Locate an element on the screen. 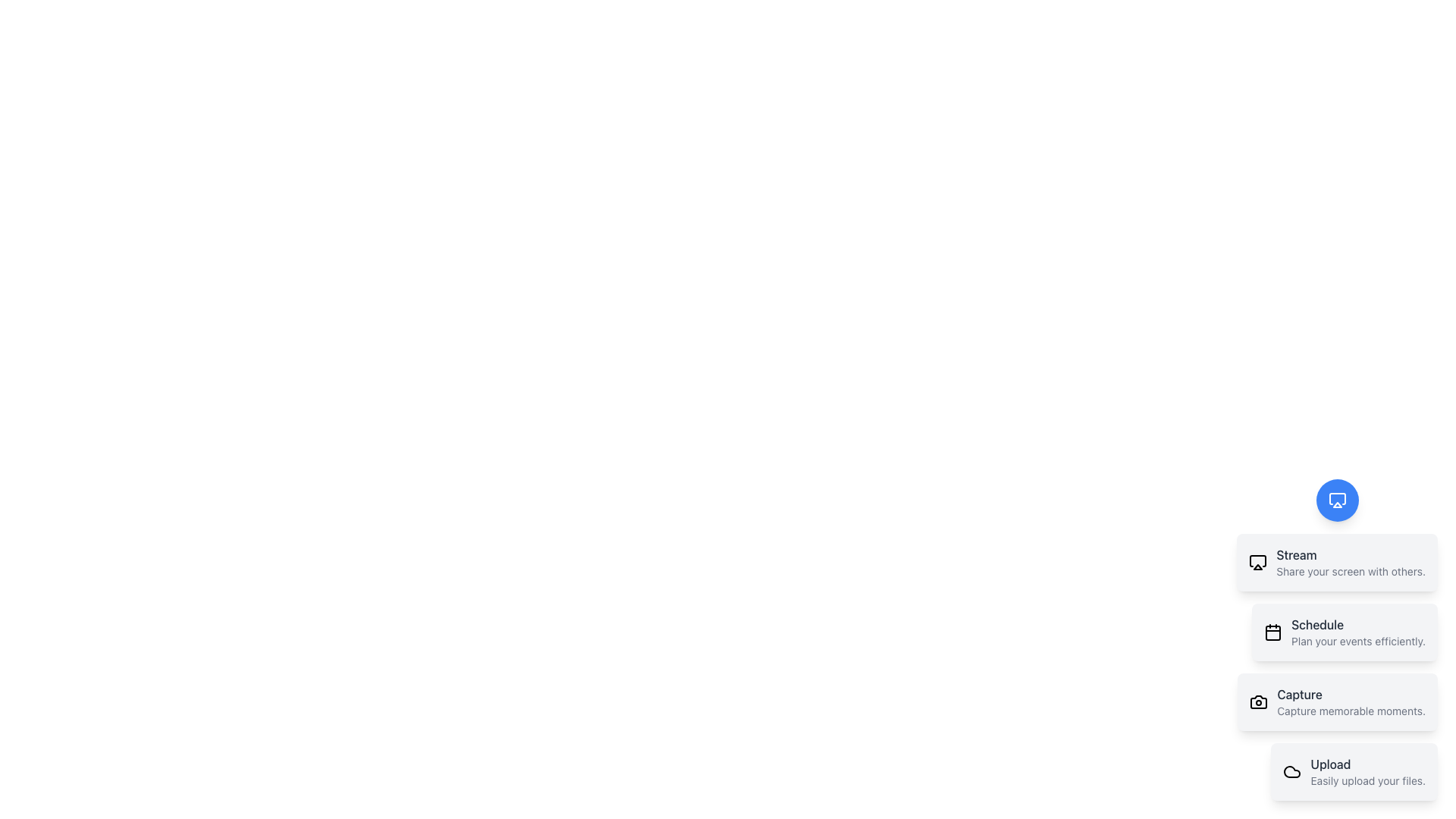 This screenshot has height=819, width=1456. the 'Upload' text label which serves as a title or heading for the upload option in the menu is located at coordinates (1368, 764).